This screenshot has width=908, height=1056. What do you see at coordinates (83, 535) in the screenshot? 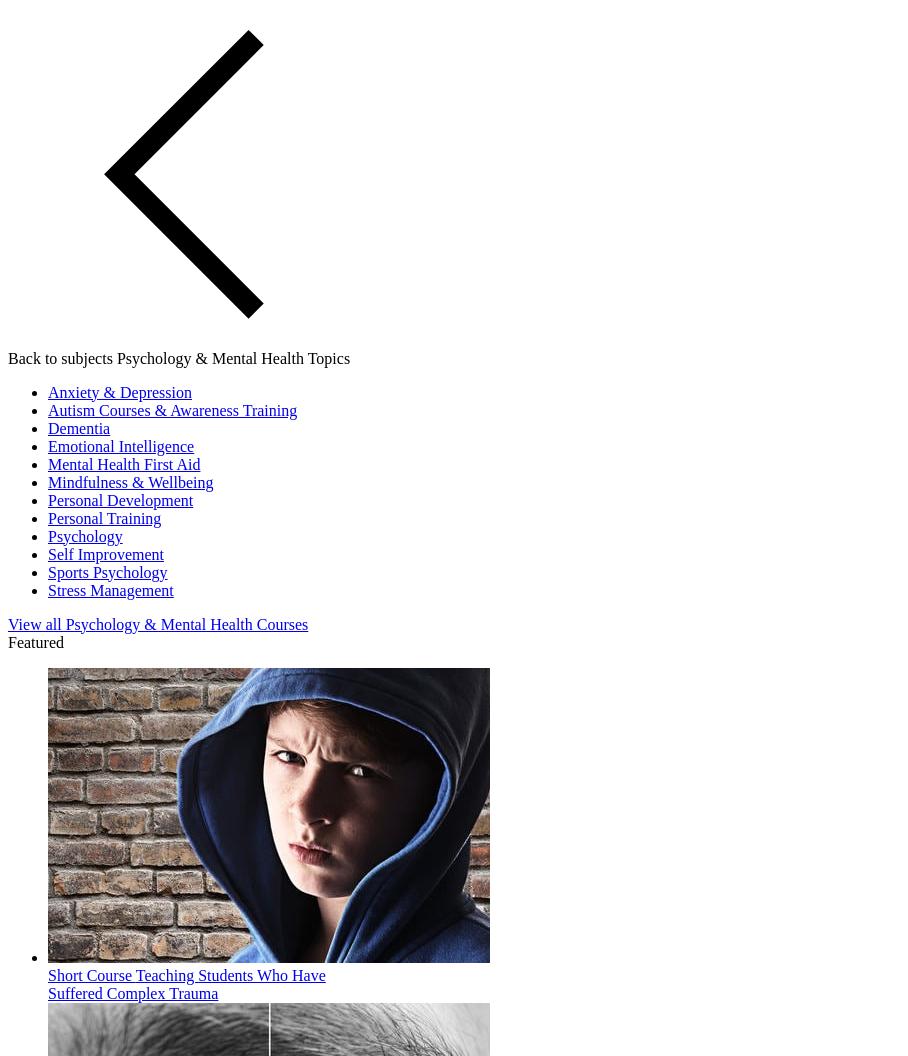
I see `'Psychology'` at bounding box center [83, 535].